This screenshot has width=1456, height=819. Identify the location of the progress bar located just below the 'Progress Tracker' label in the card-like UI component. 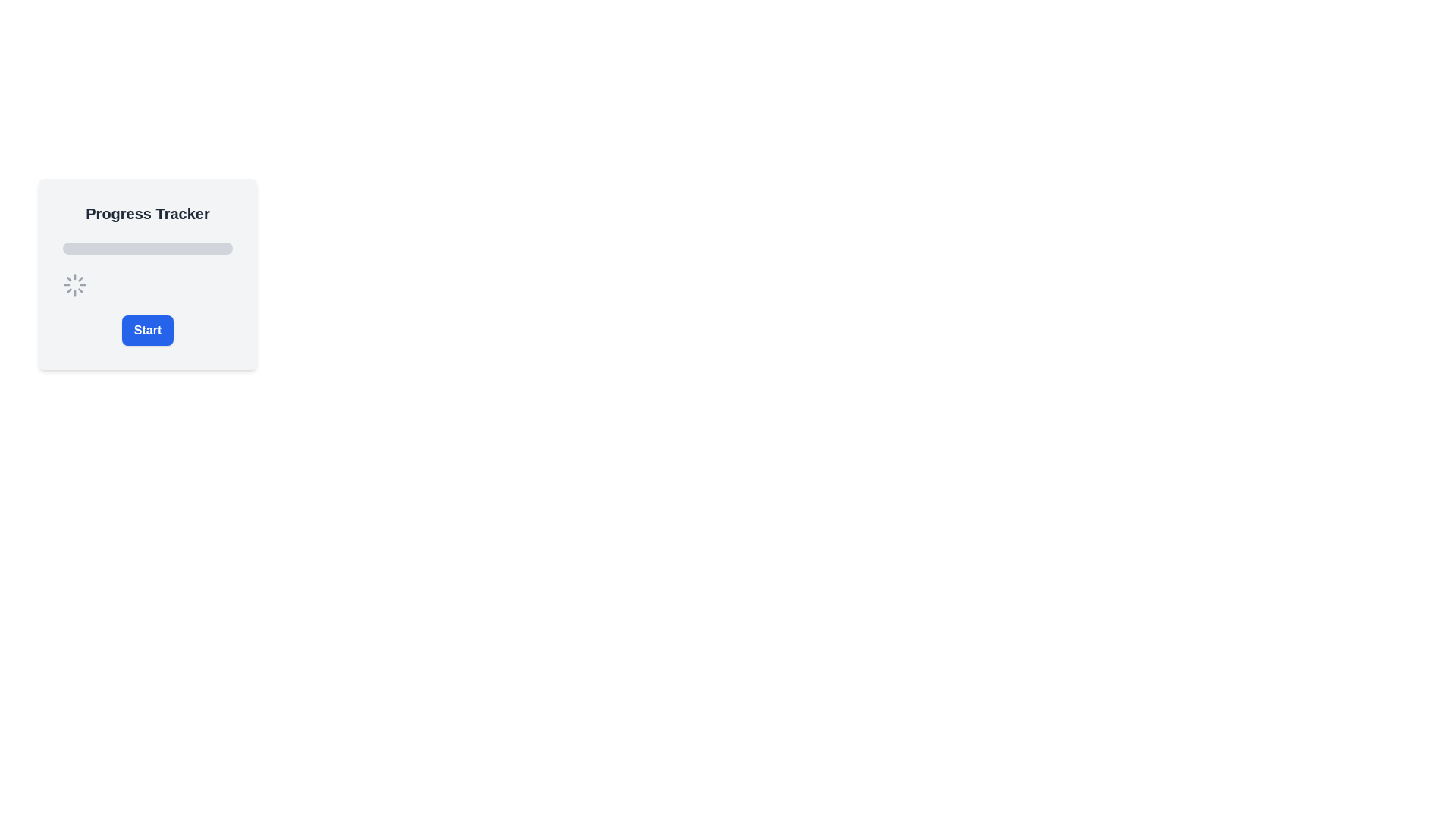
(148, 247).